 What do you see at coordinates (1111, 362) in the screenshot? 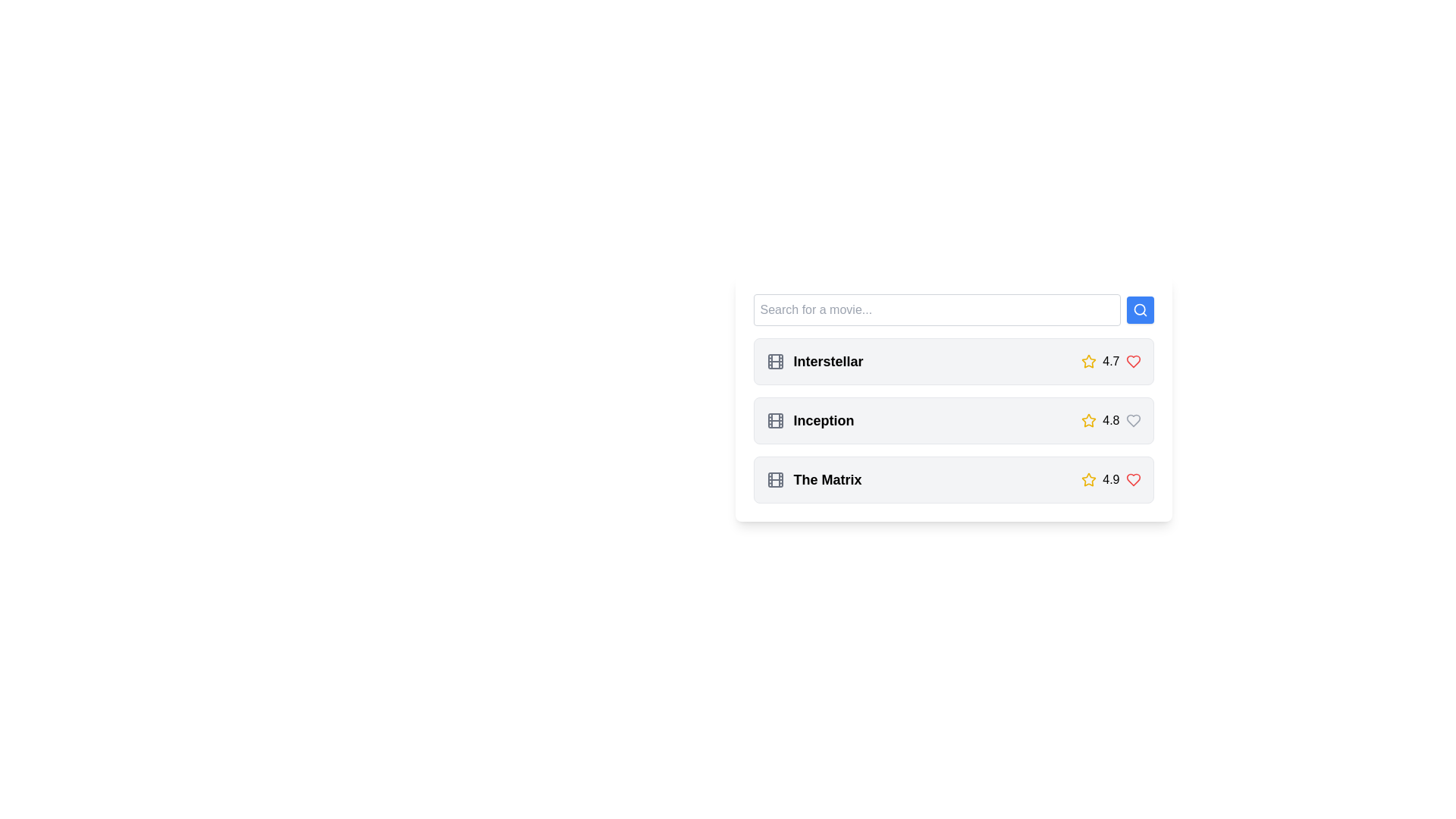
I see `the numerical text label displaying '4.7' in bold, located in the movie listing interface for 'Interstellar', positioned between a star icon on the left and a heart icon on the right` at bounding box center [1111, 362].